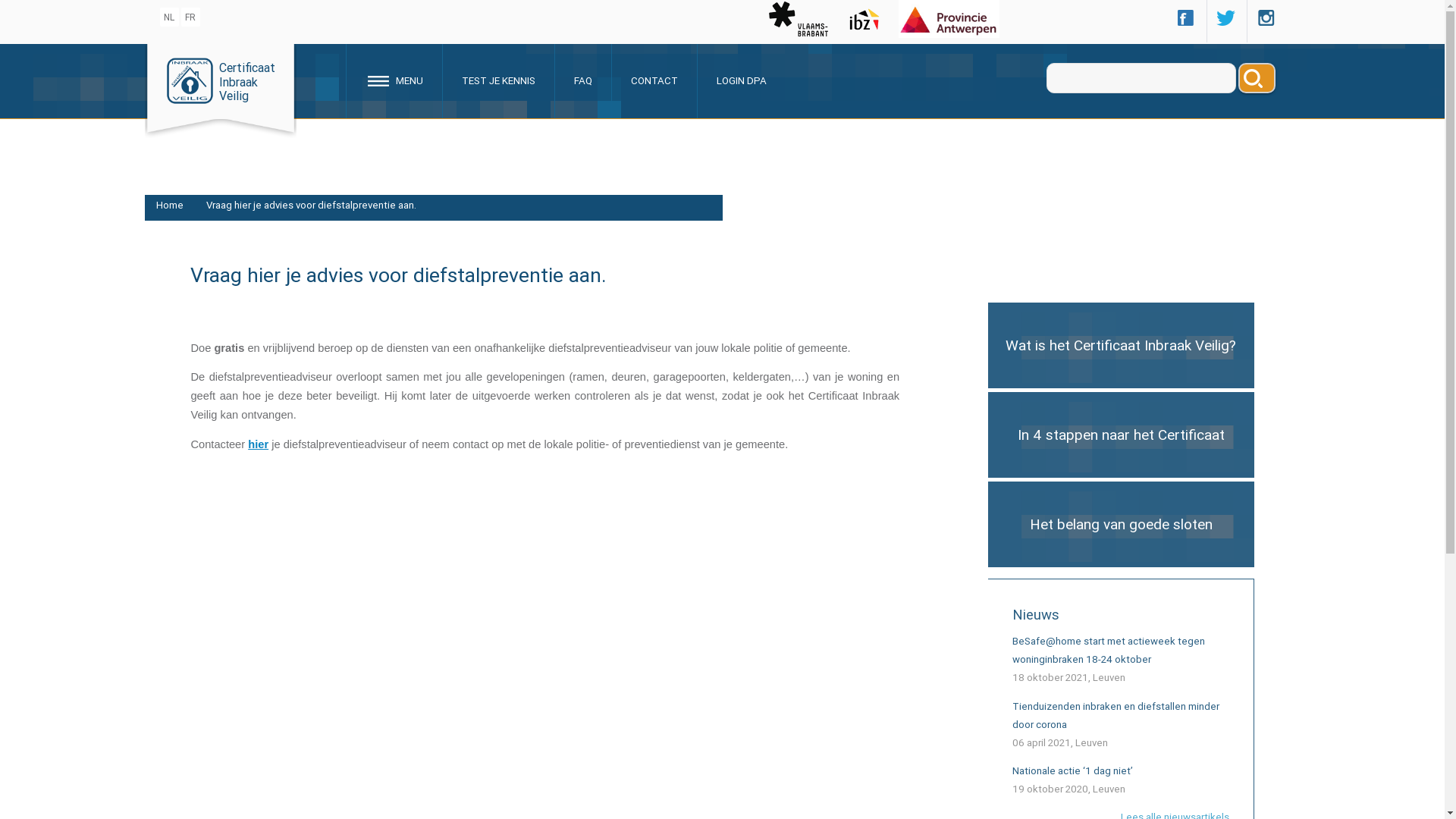  What do you see at coordinates (1012, 742) in the screenshot?
I see `'06 april 2021'` at bounding box center [1012, 742].